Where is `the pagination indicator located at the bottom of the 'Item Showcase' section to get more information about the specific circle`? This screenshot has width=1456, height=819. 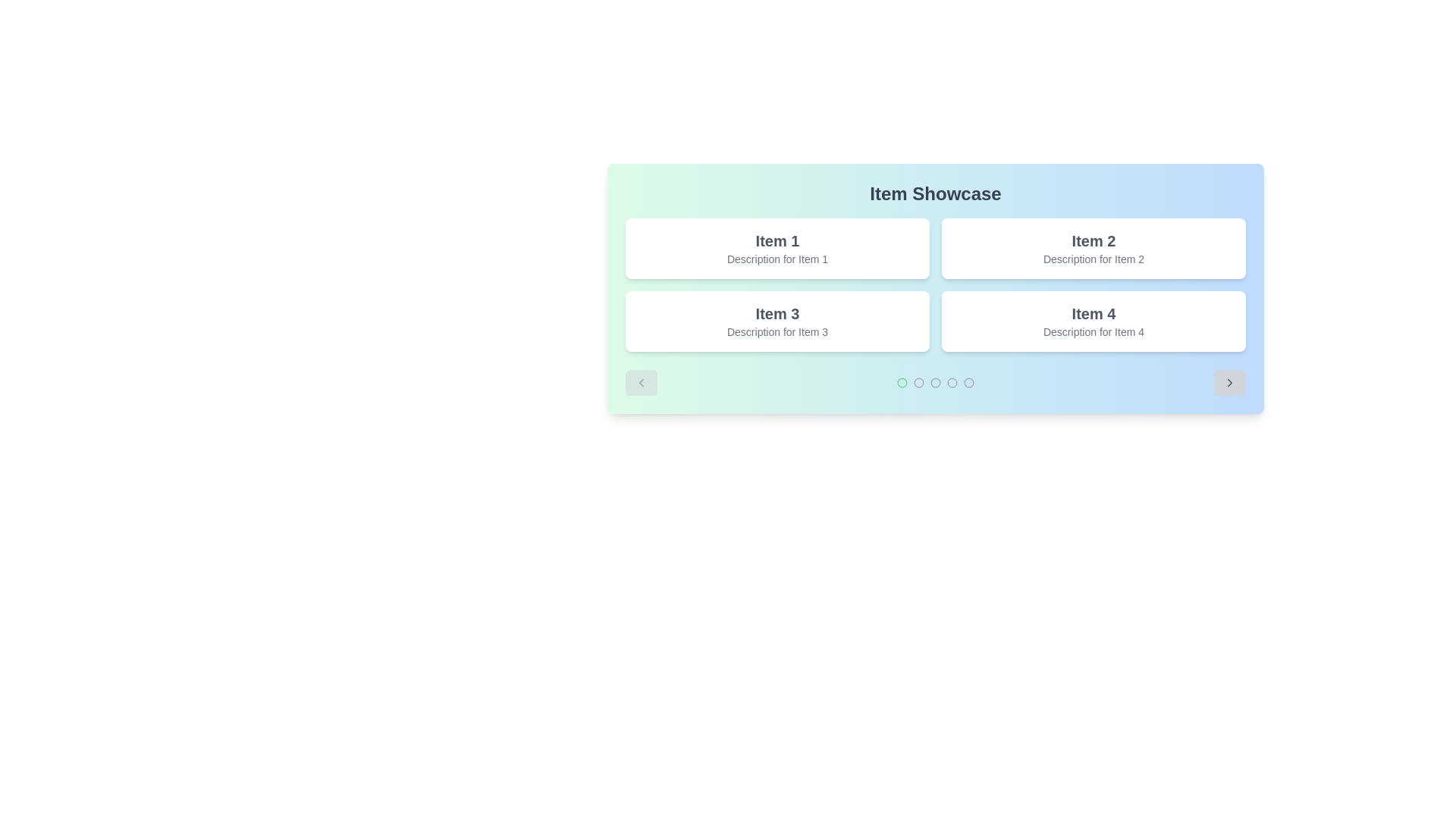 the pagination indicator located at the bottom of the 'Item Showcase' section to get more information about the specific circle is located at coordinates (934, 382).